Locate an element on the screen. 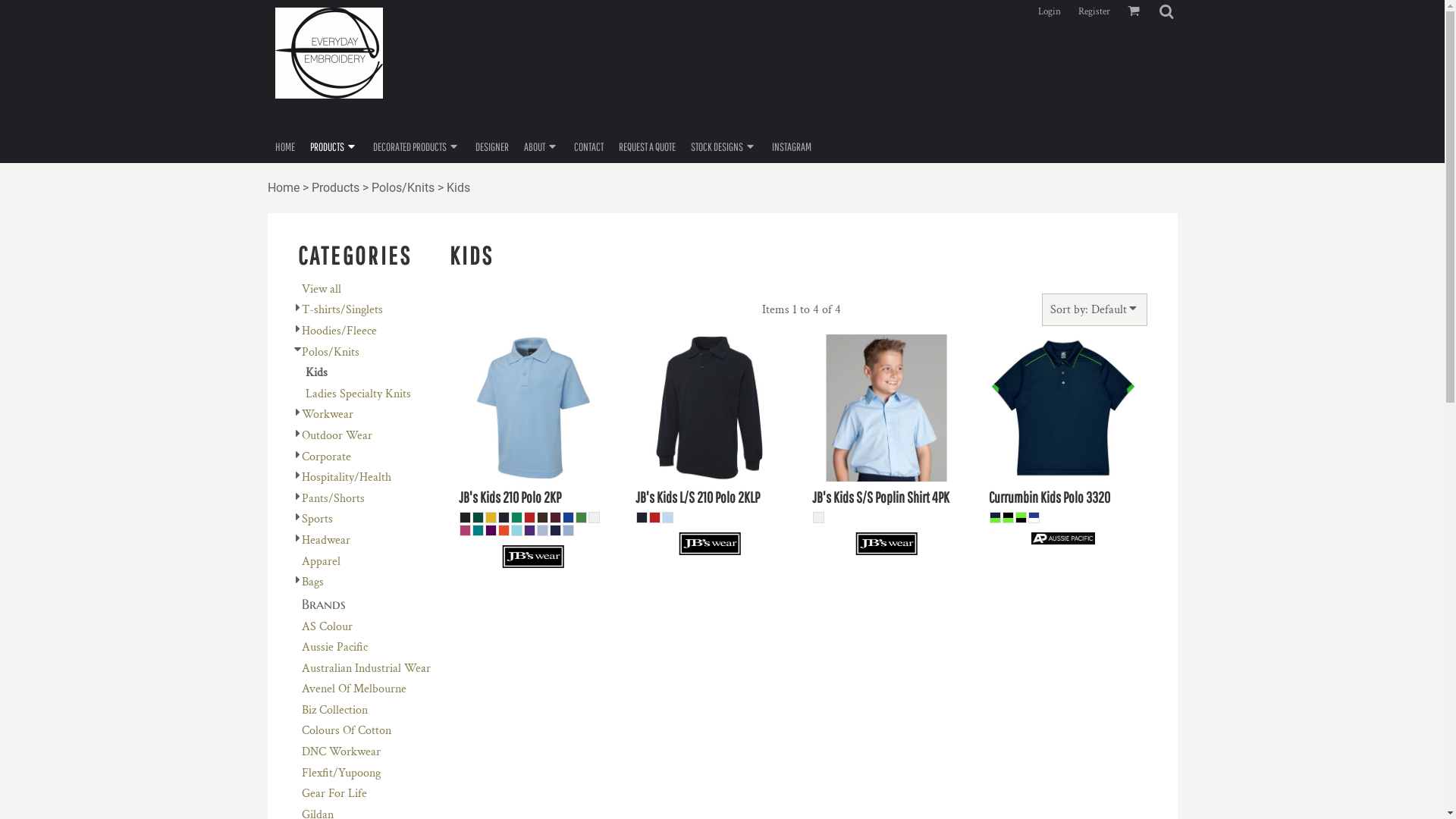 The width and height of the screenshot is (1456, 819). 'Headwear' is located at coordinates (302, 539).